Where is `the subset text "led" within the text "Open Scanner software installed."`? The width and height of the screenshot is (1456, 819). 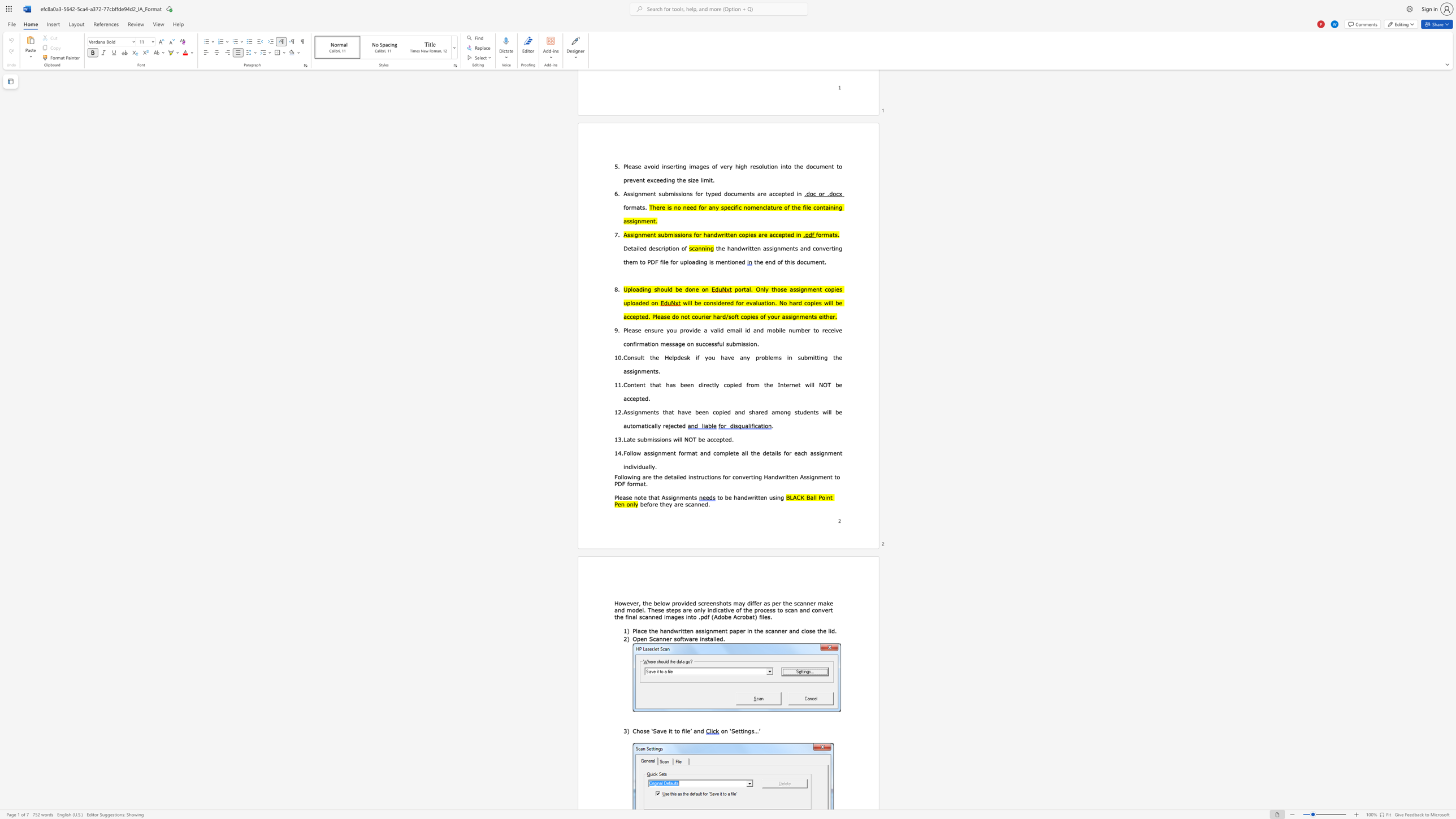 the subset text "led" within the text "Open Scanner software installed." is located at coordinates (714, 638).